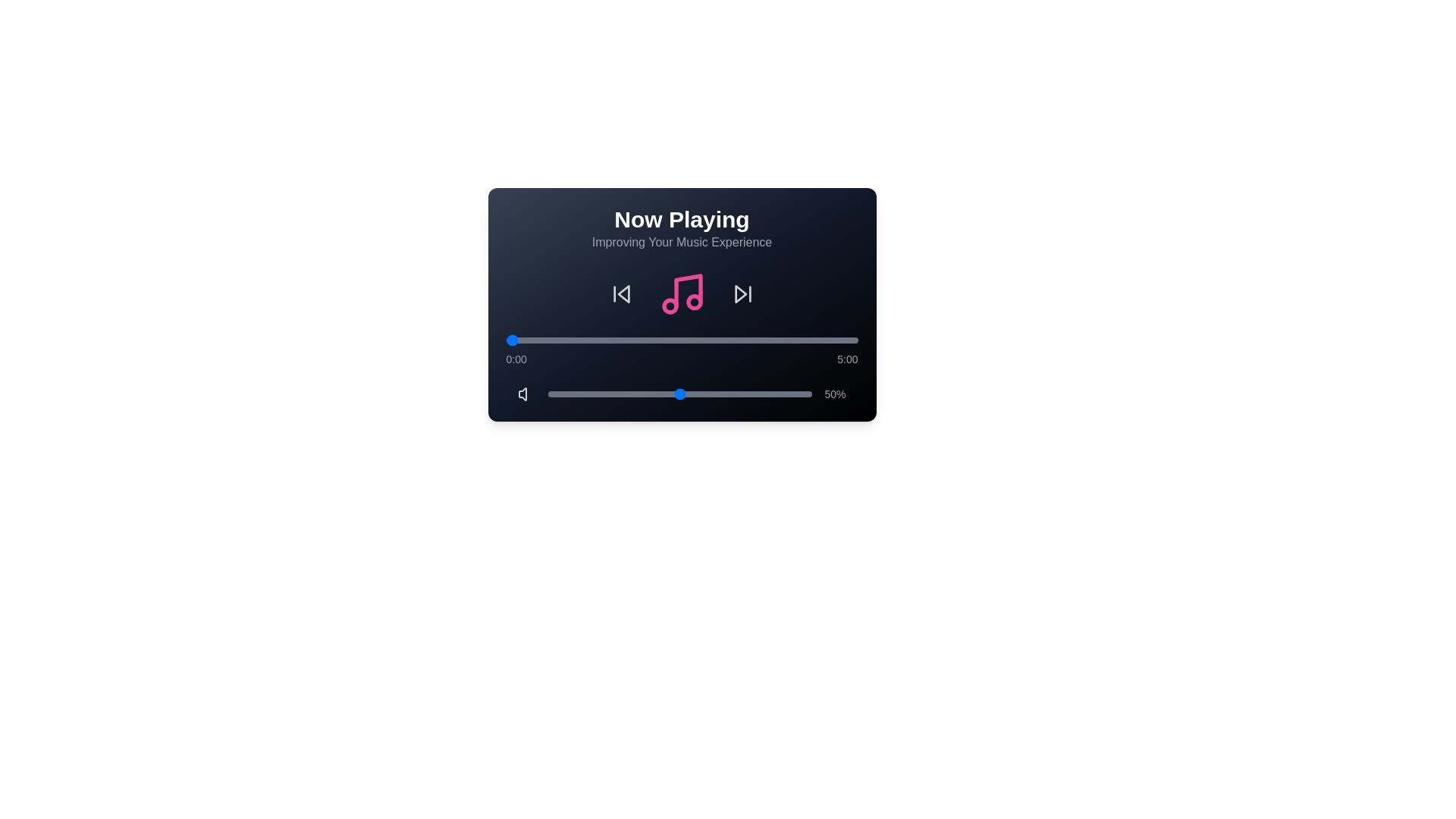 This screenshot has height=819, width=1456. Describe the element at coordinates (560, 394) in the screenshot. I see `the volume slider to 5%` at that location.